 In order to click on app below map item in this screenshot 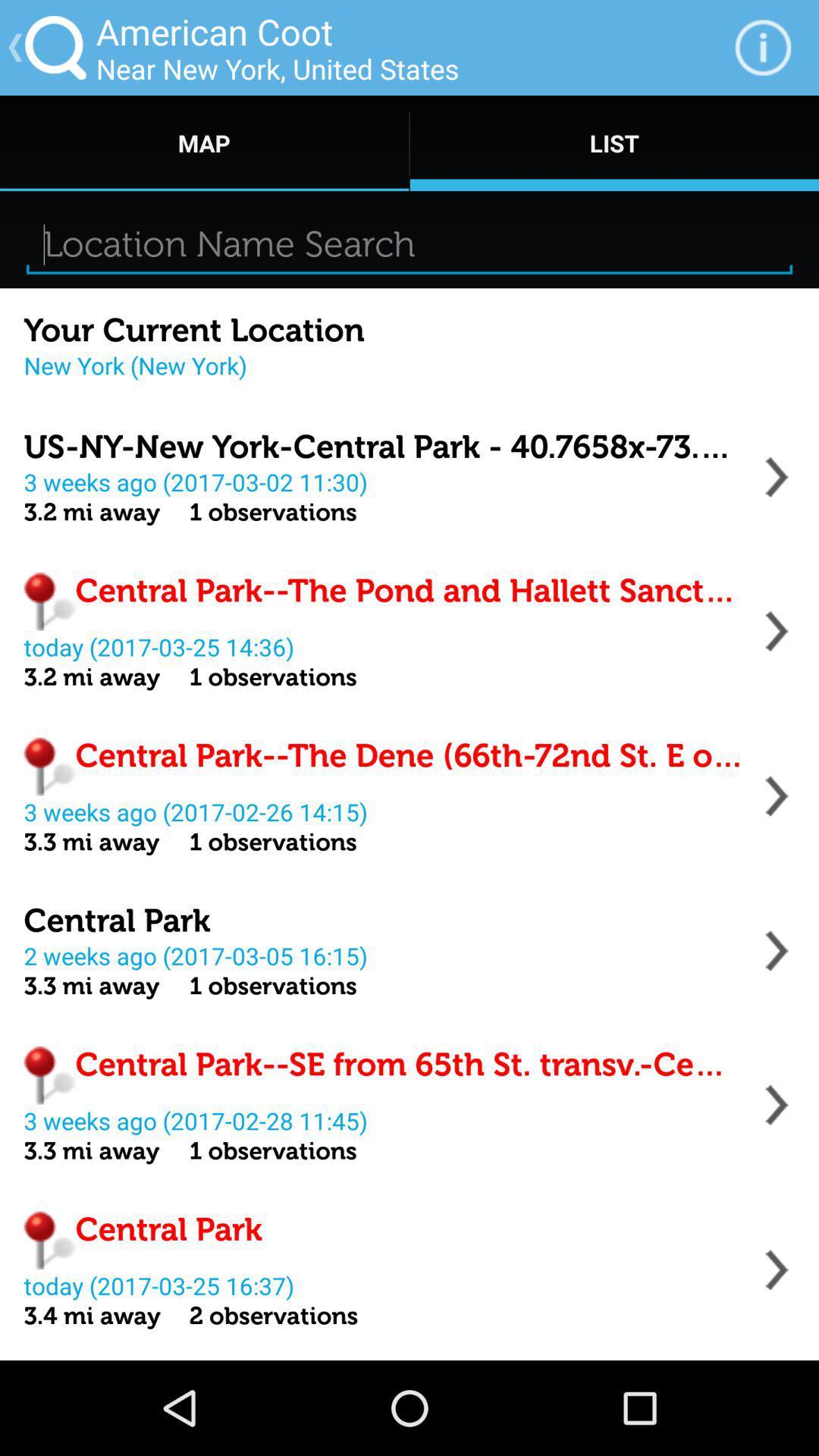, I will do `click(409, 244)`.